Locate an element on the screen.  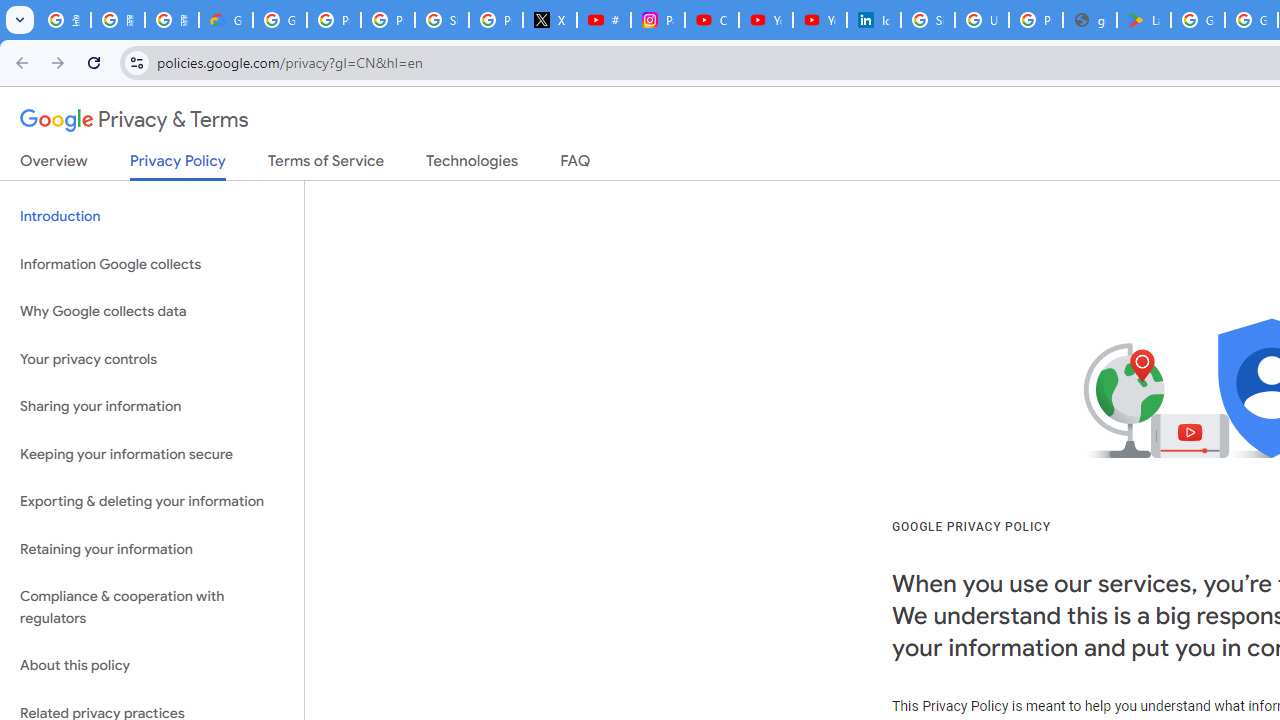
'Compliance & cooperation with regulators' is located at coordinates (151, 607).